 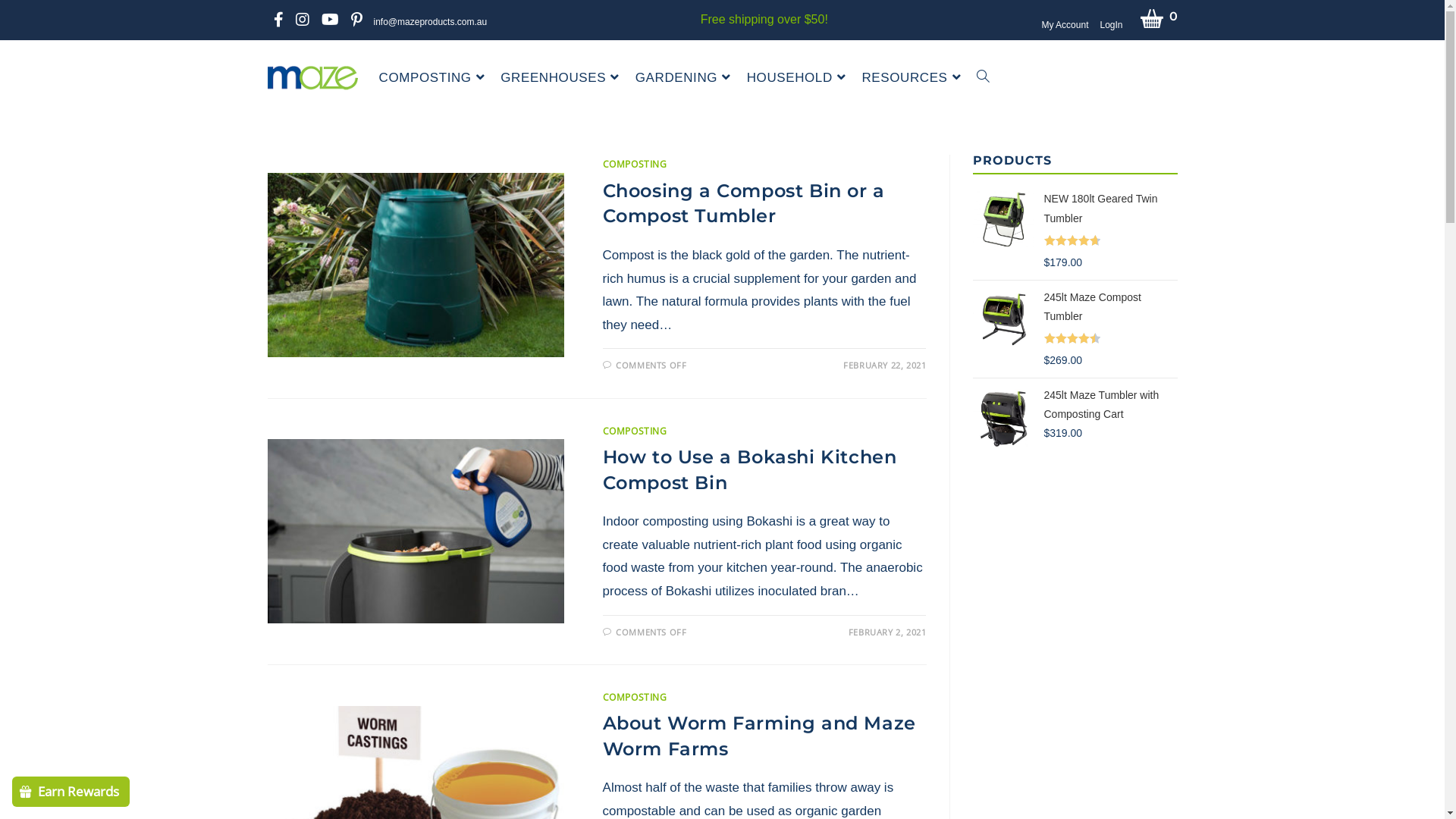 What do you see at coordinates (797, 78) in the screenshot?
I see `'HOUSEHOLD'` at bounding box center [797, 78].